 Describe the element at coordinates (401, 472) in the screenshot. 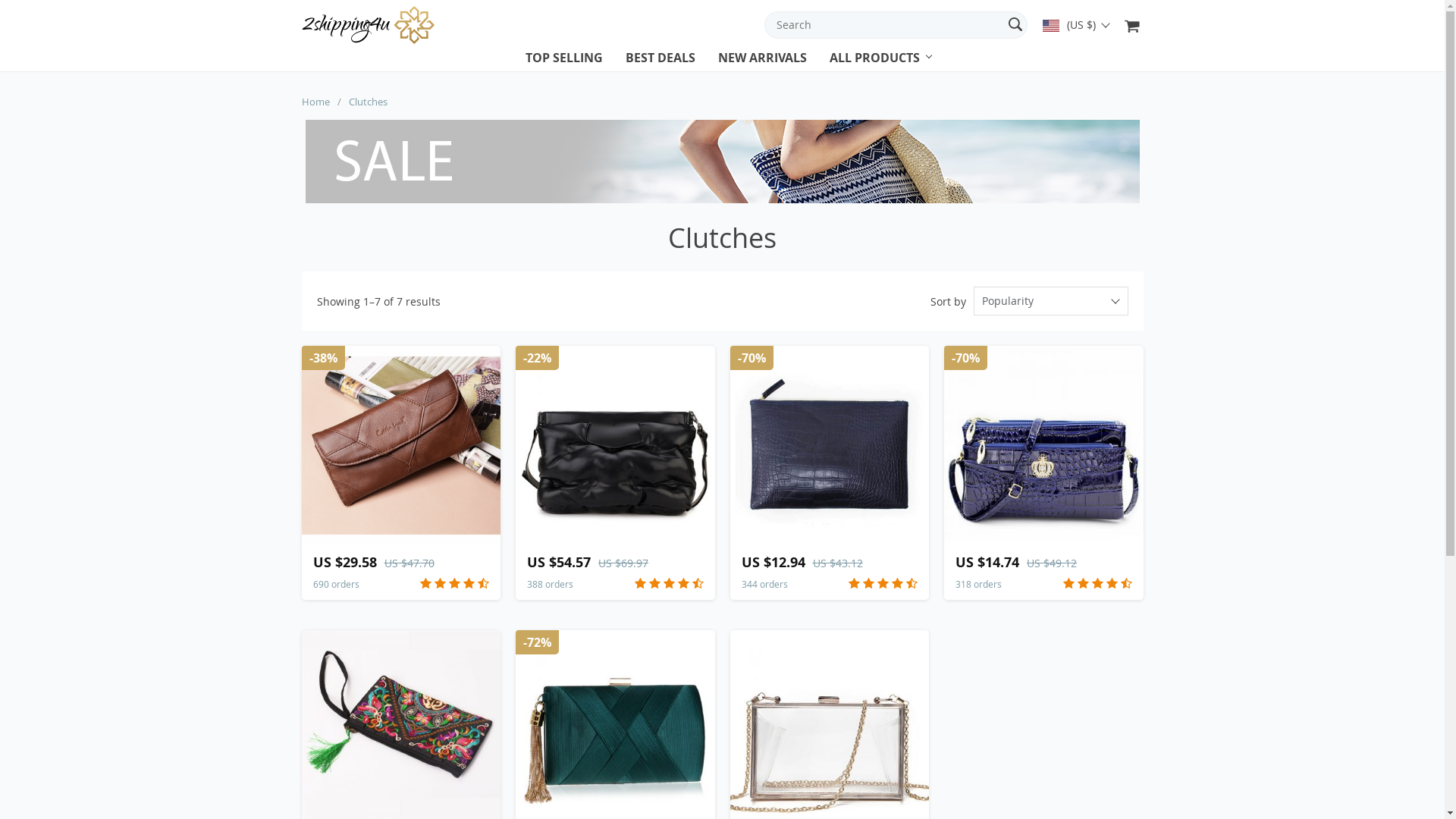

I see `'US $29.58` at that location.